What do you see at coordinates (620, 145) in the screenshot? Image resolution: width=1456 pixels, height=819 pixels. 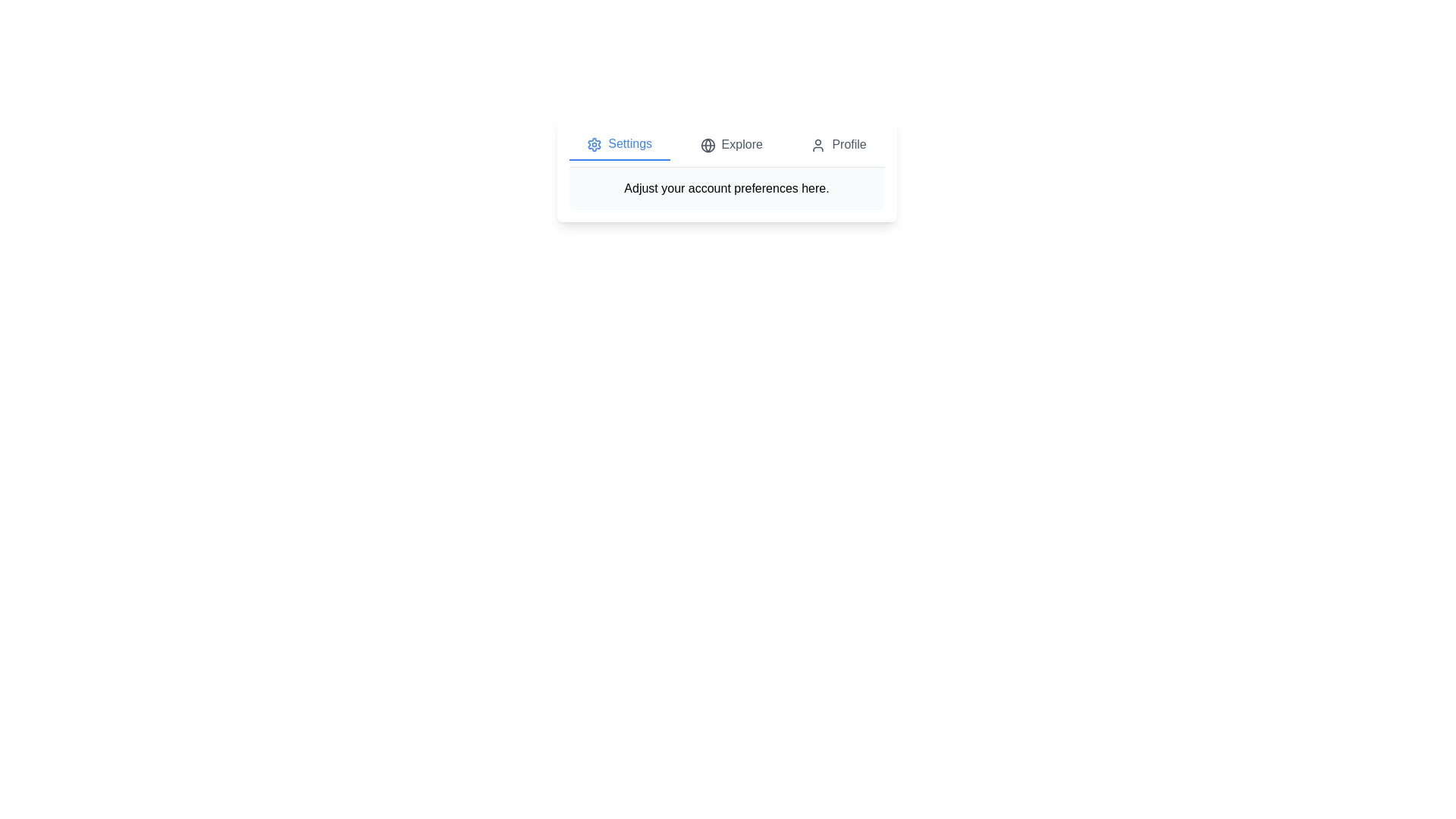 I see `the Settings tab by clicking the corresponding button` at bounding box center [620, 145].